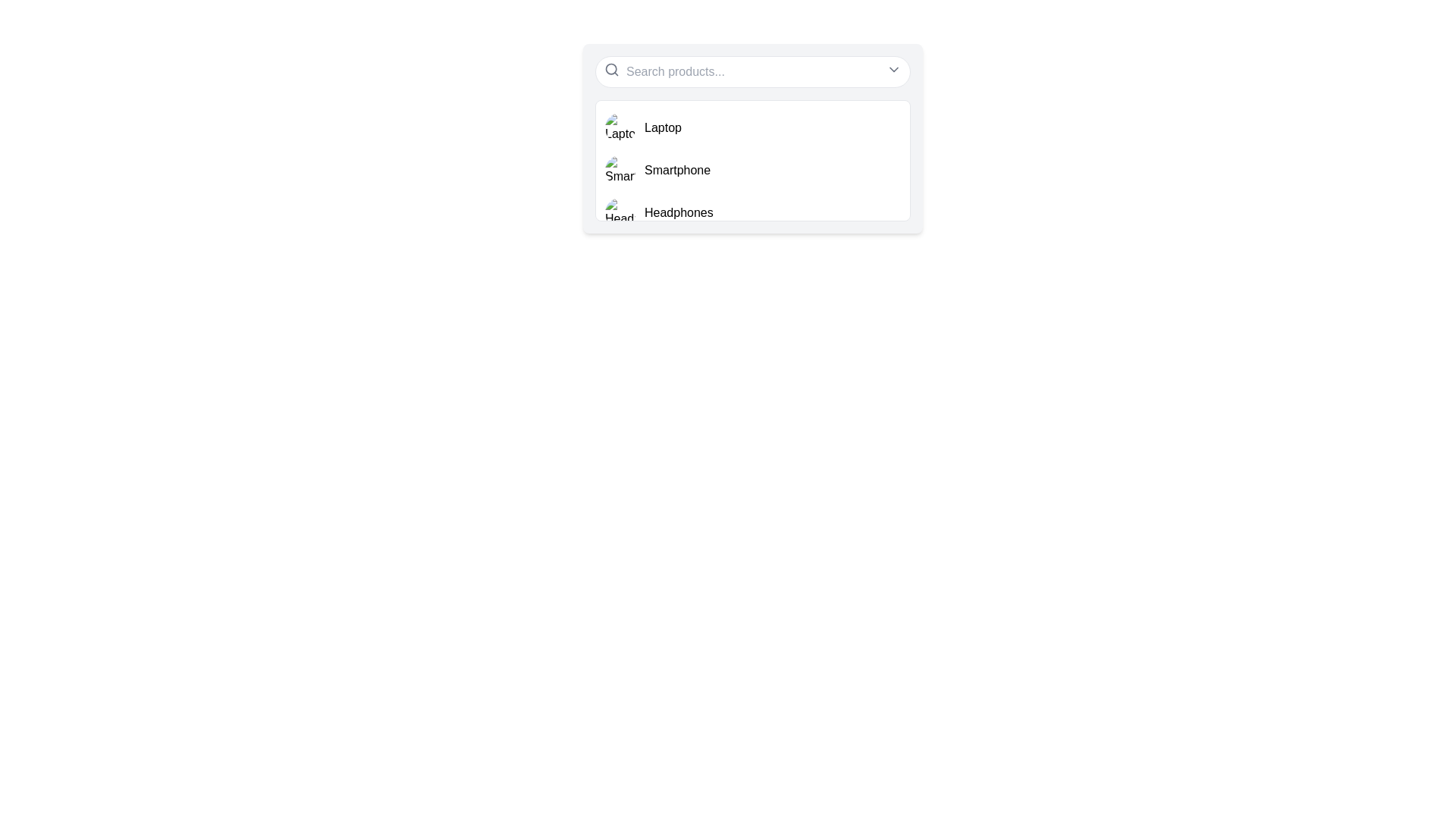  Describe the element at coordinates (678, 213) in the screenshot. I see `label 'Headphones' located in the dropdown menu, which is the third item listed and positioned to the right of a small circular image placeholder` at that location.